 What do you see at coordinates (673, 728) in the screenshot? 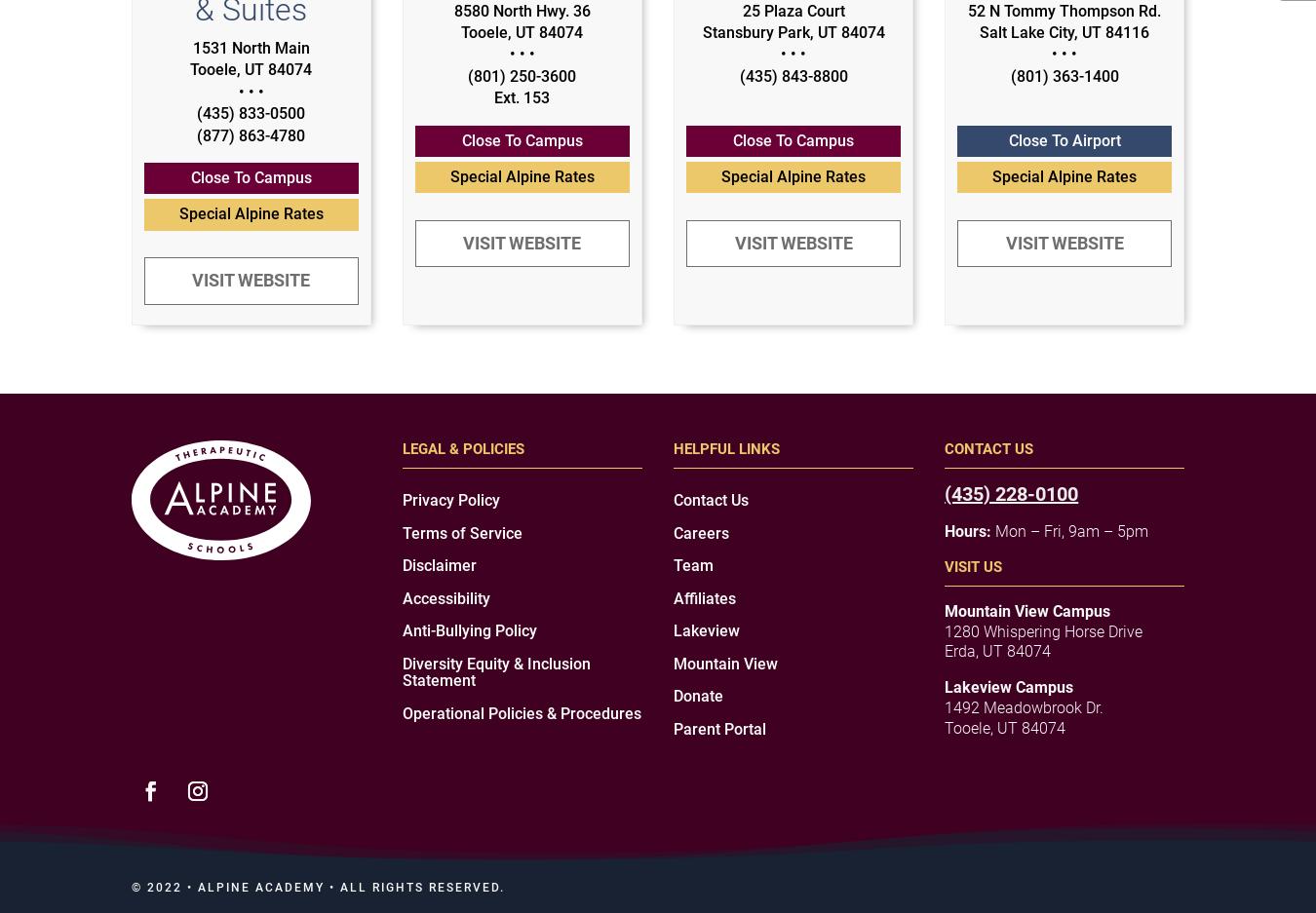
I see `'Parent Portal'` at bounding box center [673, 728].